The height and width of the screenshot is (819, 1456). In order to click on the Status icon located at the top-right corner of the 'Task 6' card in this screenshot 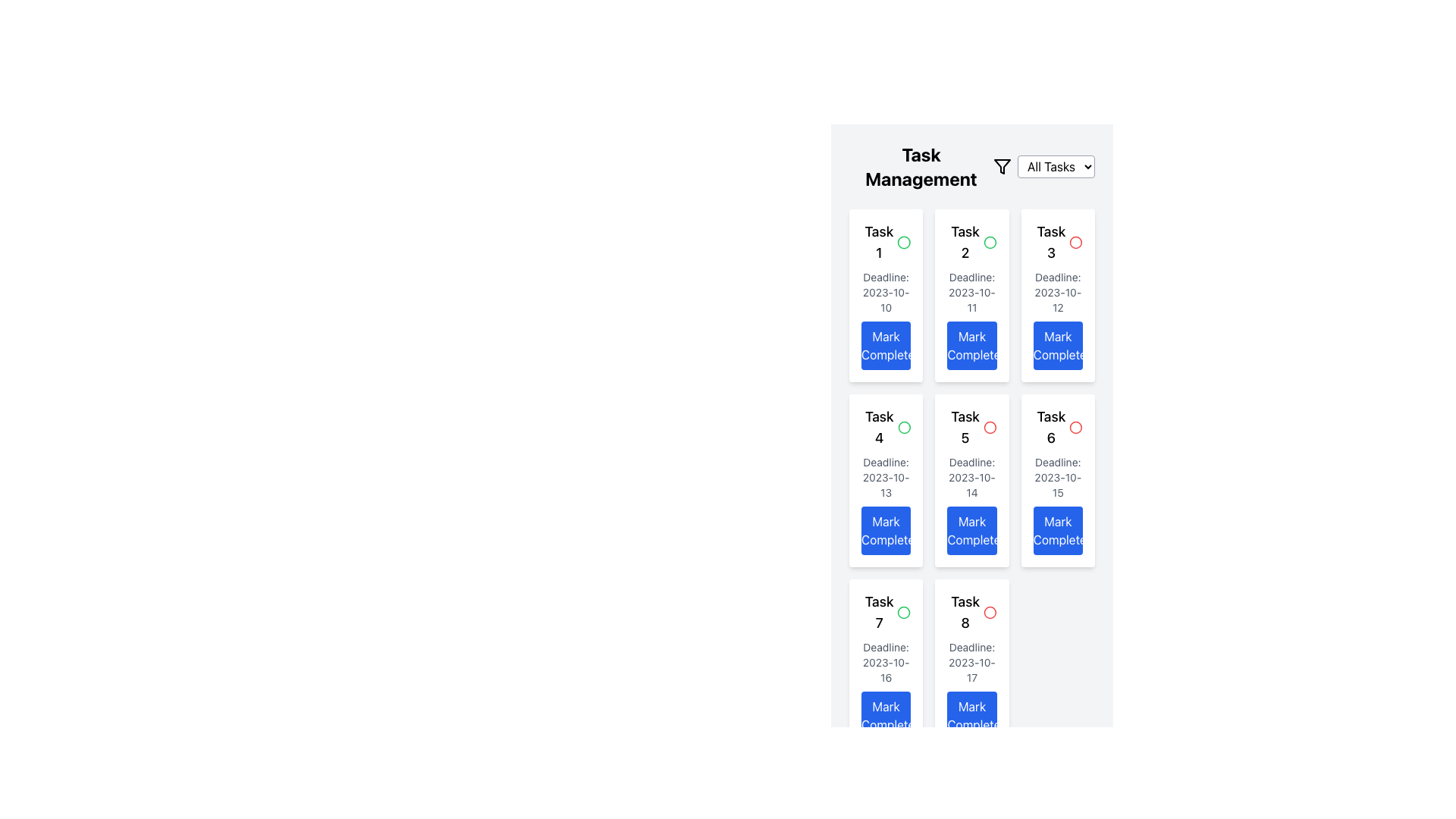, I will do `click(1075, 427)`.